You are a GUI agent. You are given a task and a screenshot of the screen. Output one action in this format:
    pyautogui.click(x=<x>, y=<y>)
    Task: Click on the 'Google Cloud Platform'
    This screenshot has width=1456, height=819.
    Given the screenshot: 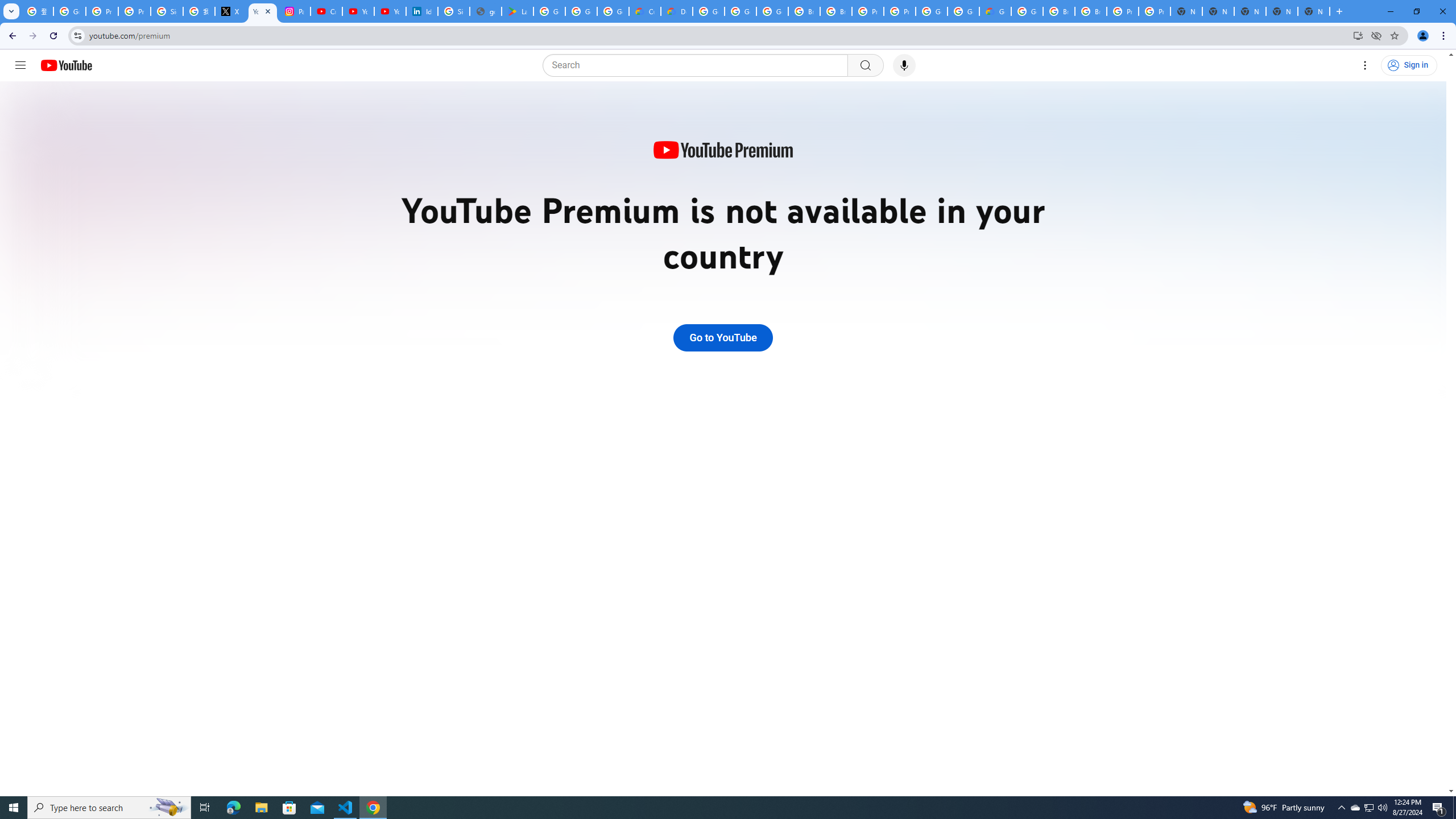 What is the action you would take?
    pyautogui.click(x=962, y=11)
    